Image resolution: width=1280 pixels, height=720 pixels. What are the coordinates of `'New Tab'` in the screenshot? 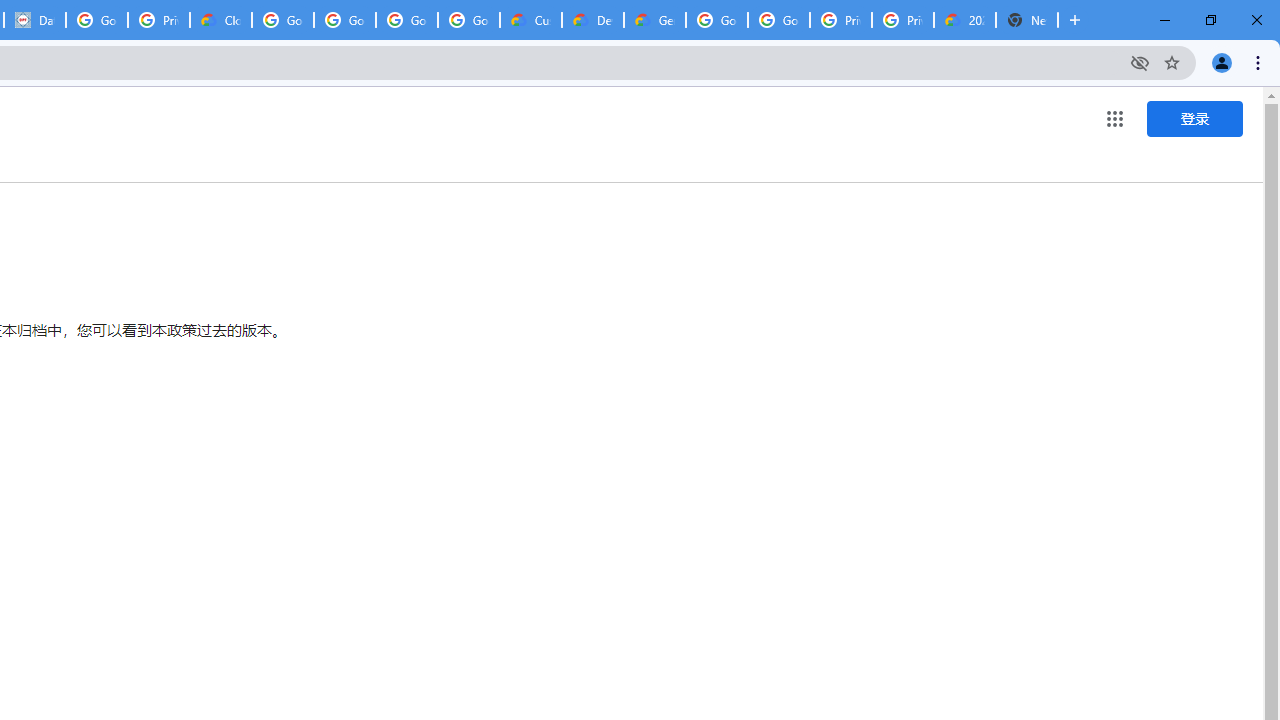 It's located at (1027, 20).